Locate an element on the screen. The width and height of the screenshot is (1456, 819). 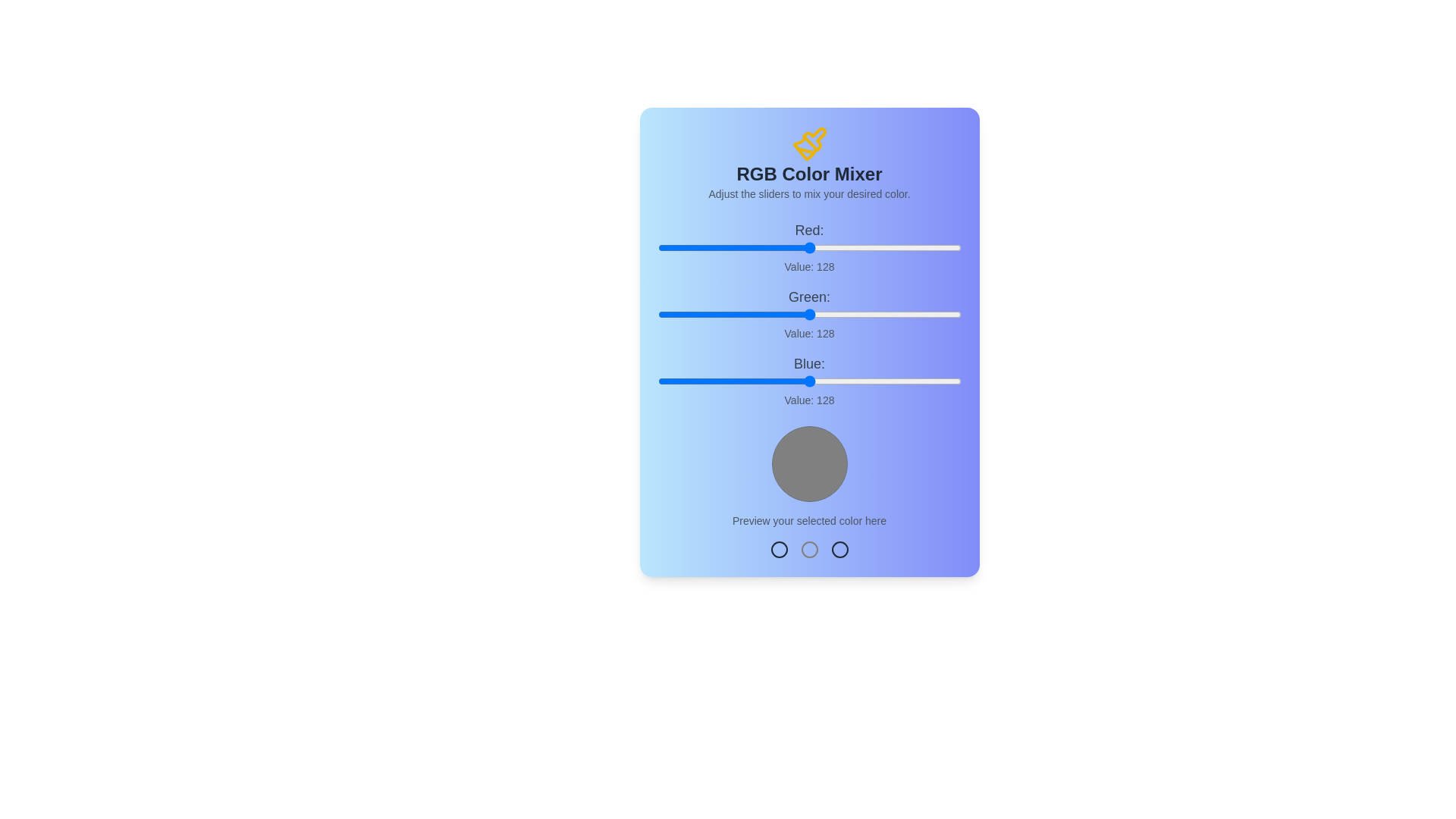
the red slider to set the red component to 55 is located at coordinates (722, 247).